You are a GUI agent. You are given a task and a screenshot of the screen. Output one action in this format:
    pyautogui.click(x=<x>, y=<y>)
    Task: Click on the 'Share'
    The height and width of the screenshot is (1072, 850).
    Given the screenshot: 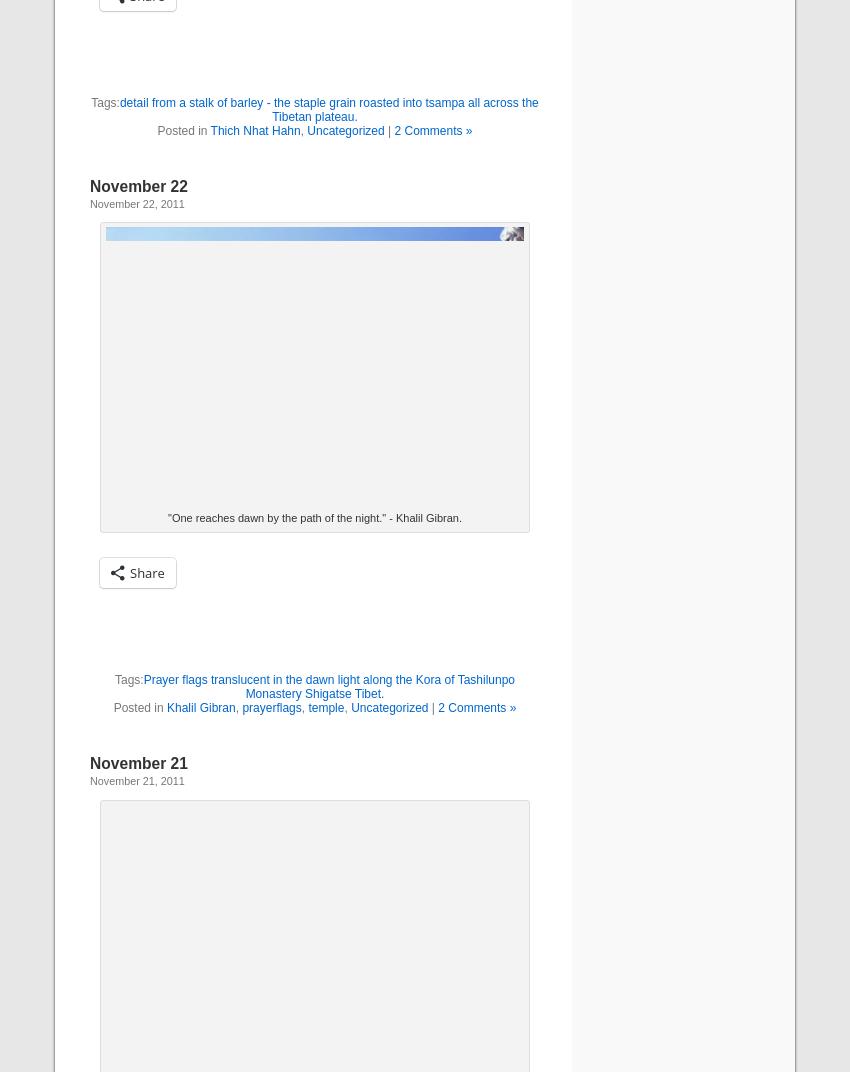 What is the action you would take?
    pyautogui.click(x=146, y=571)
    